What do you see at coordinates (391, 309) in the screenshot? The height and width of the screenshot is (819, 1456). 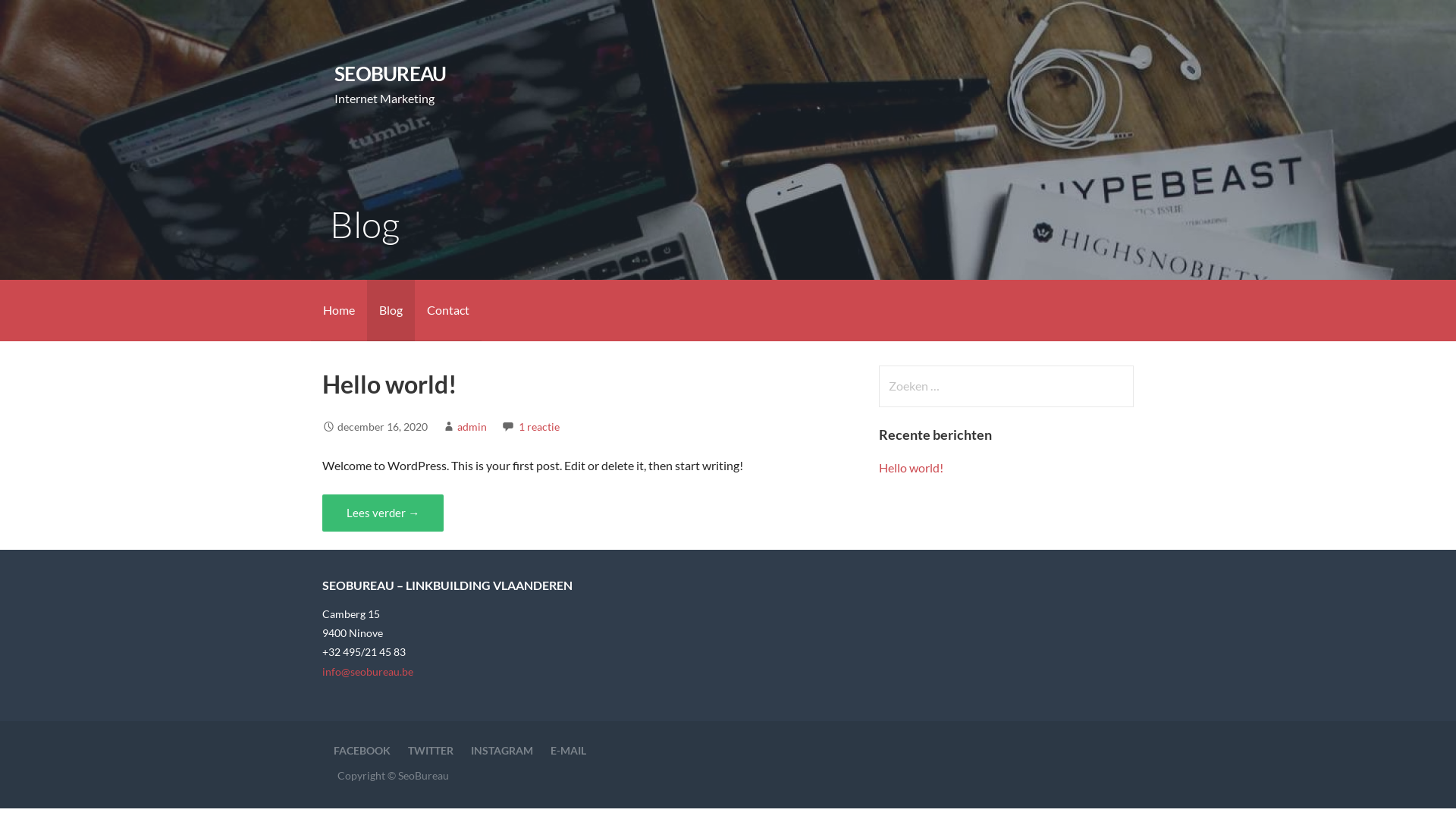 I see `'Blog'` at bounding box center [391, 309].